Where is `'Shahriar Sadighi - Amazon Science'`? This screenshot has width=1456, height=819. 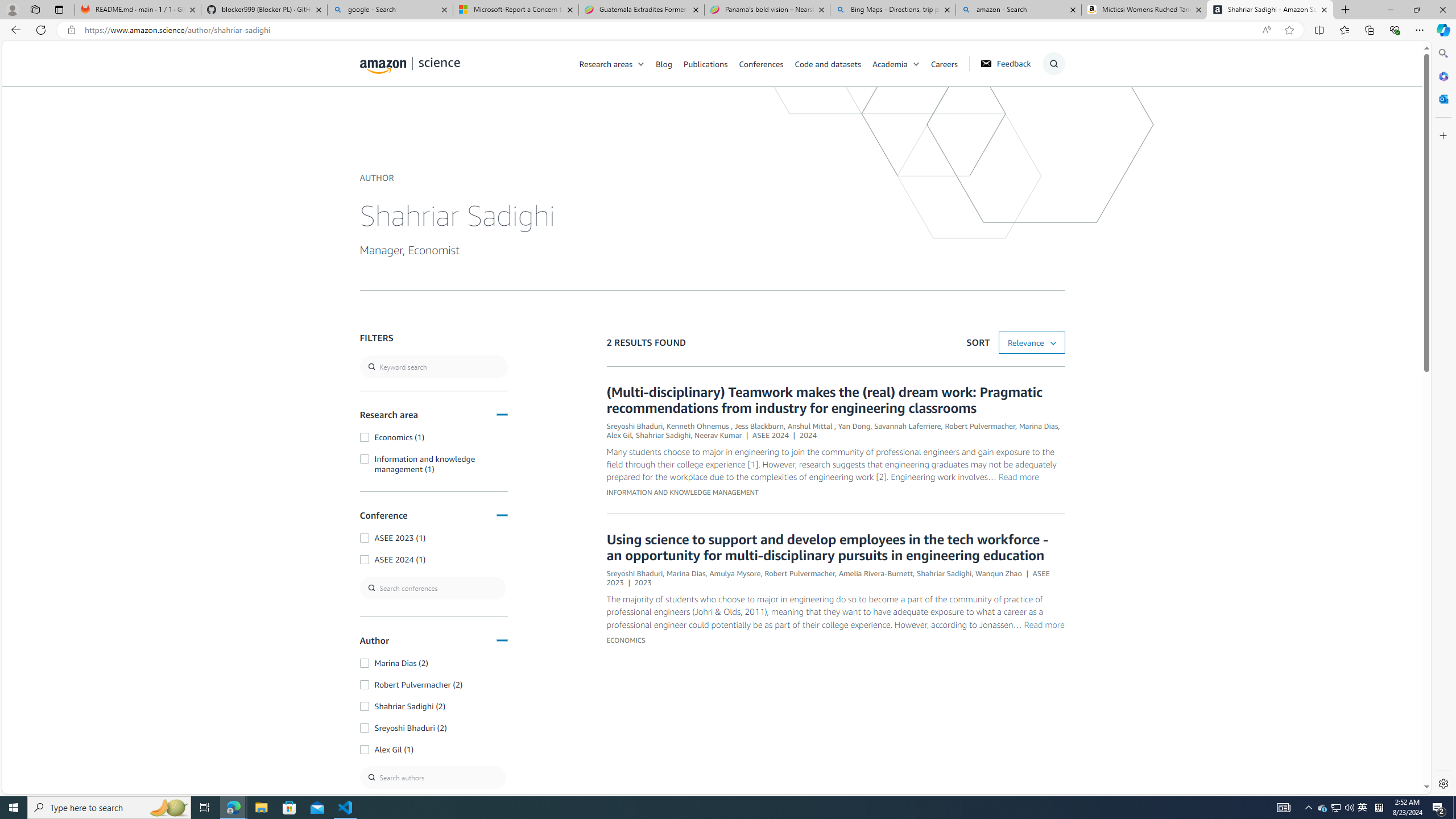
'Shahriar Sadighi - Amazon Science' is located at coordinates (1270, 9).